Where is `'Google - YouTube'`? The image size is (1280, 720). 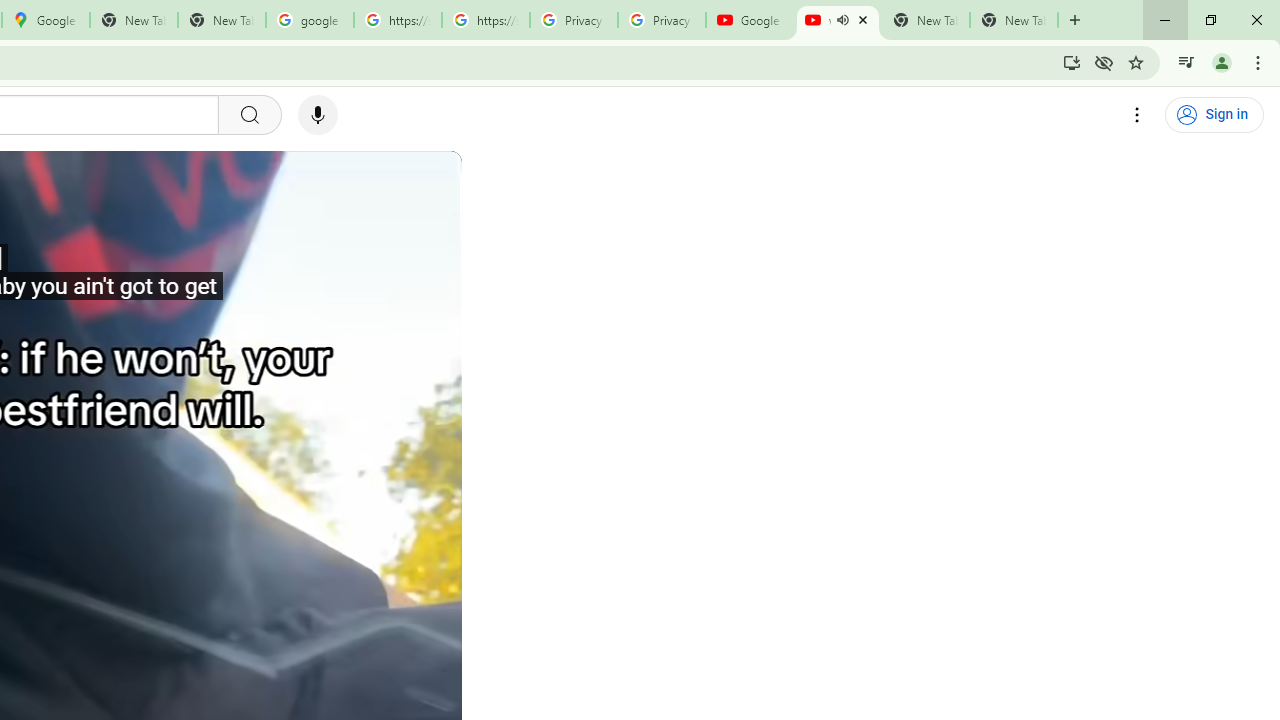 'Google - YouTube' is located at coordinates (749, 20).